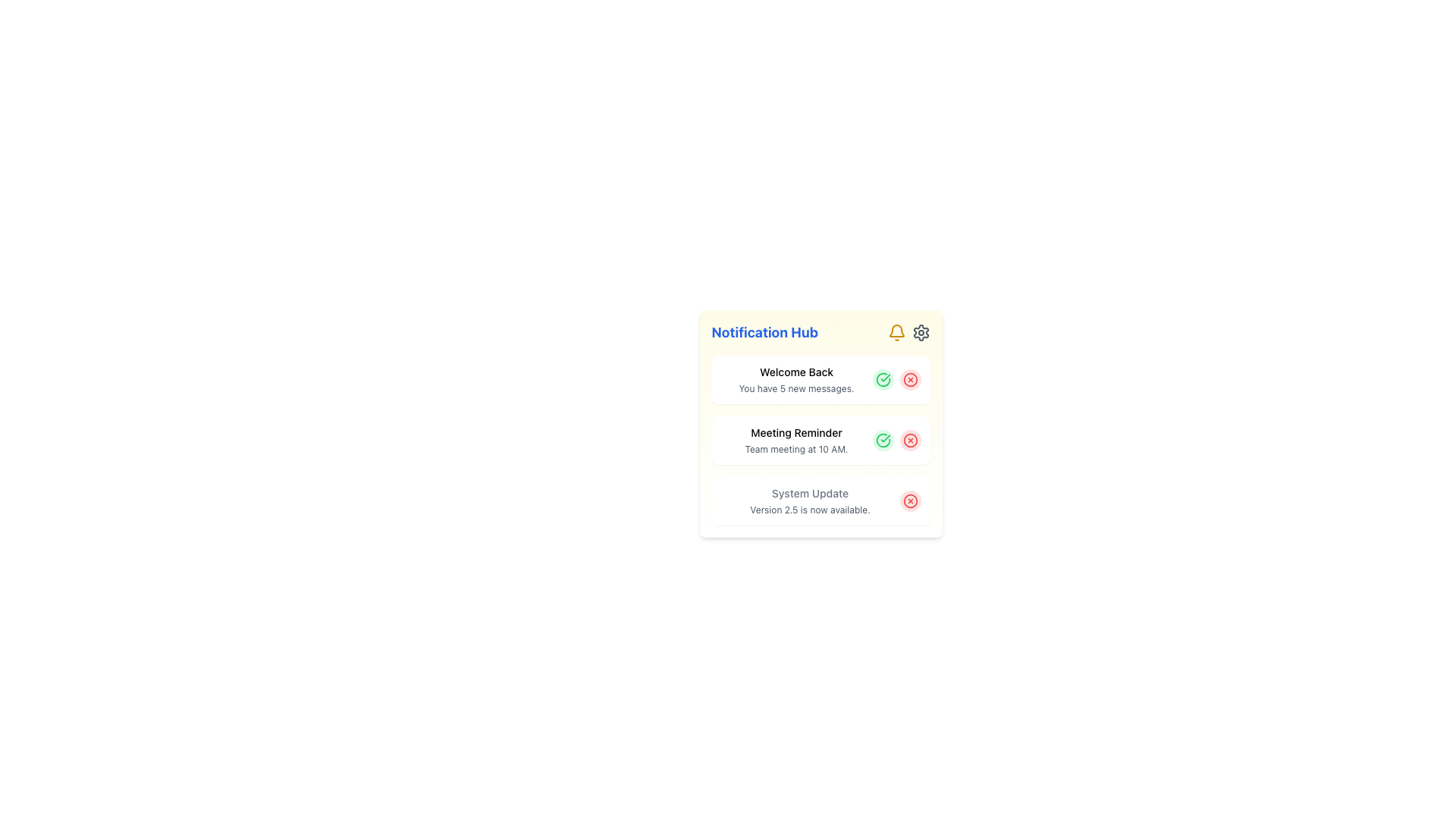  Describe the element at coordinates (908, 332) in the screenshot. I see `the icon group on the right side of the 'Notification Hub'` at that location.